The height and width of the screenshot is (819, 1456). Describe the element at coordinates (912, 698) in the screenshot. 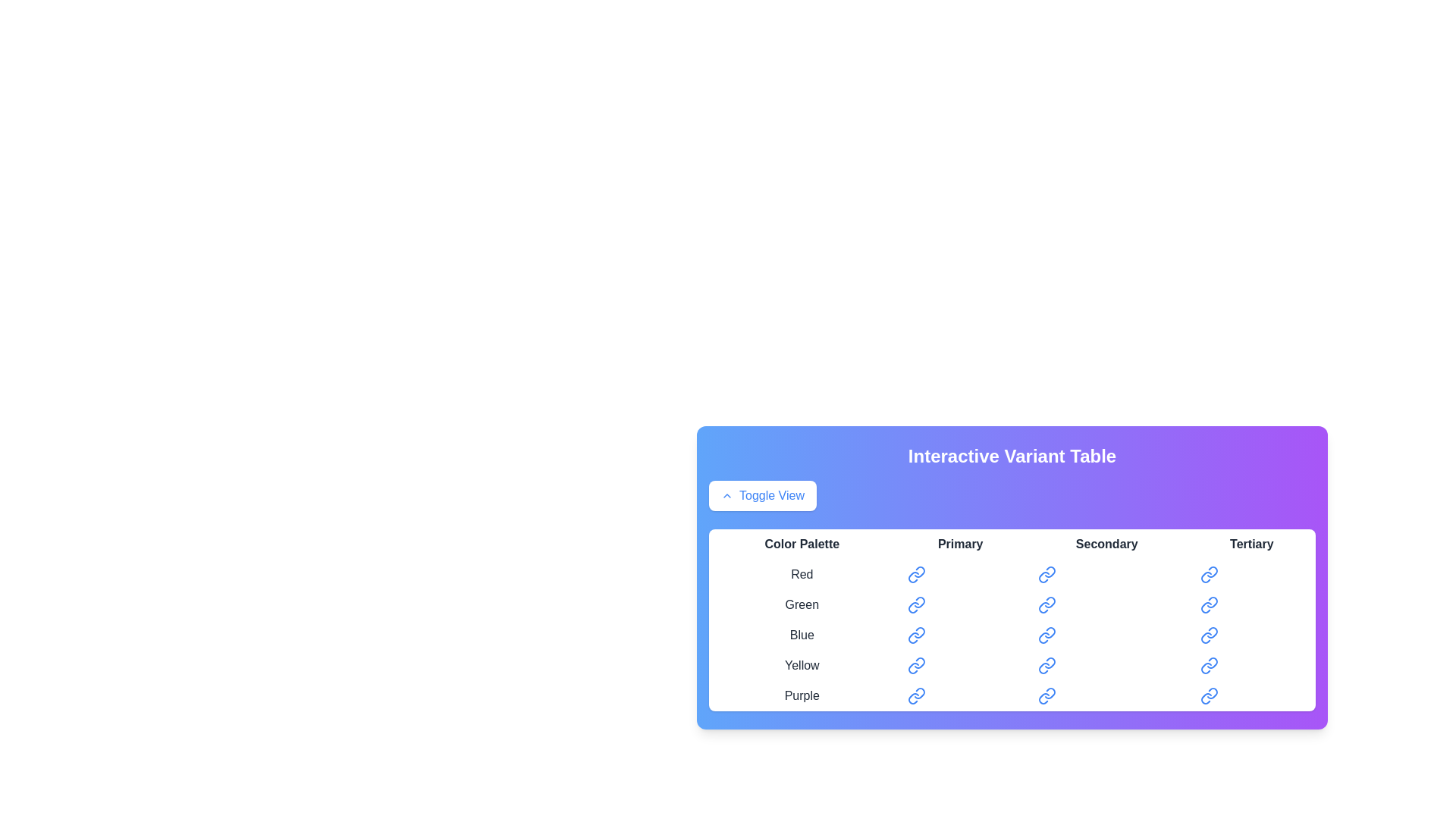

I see `the chain link icon` at that location.